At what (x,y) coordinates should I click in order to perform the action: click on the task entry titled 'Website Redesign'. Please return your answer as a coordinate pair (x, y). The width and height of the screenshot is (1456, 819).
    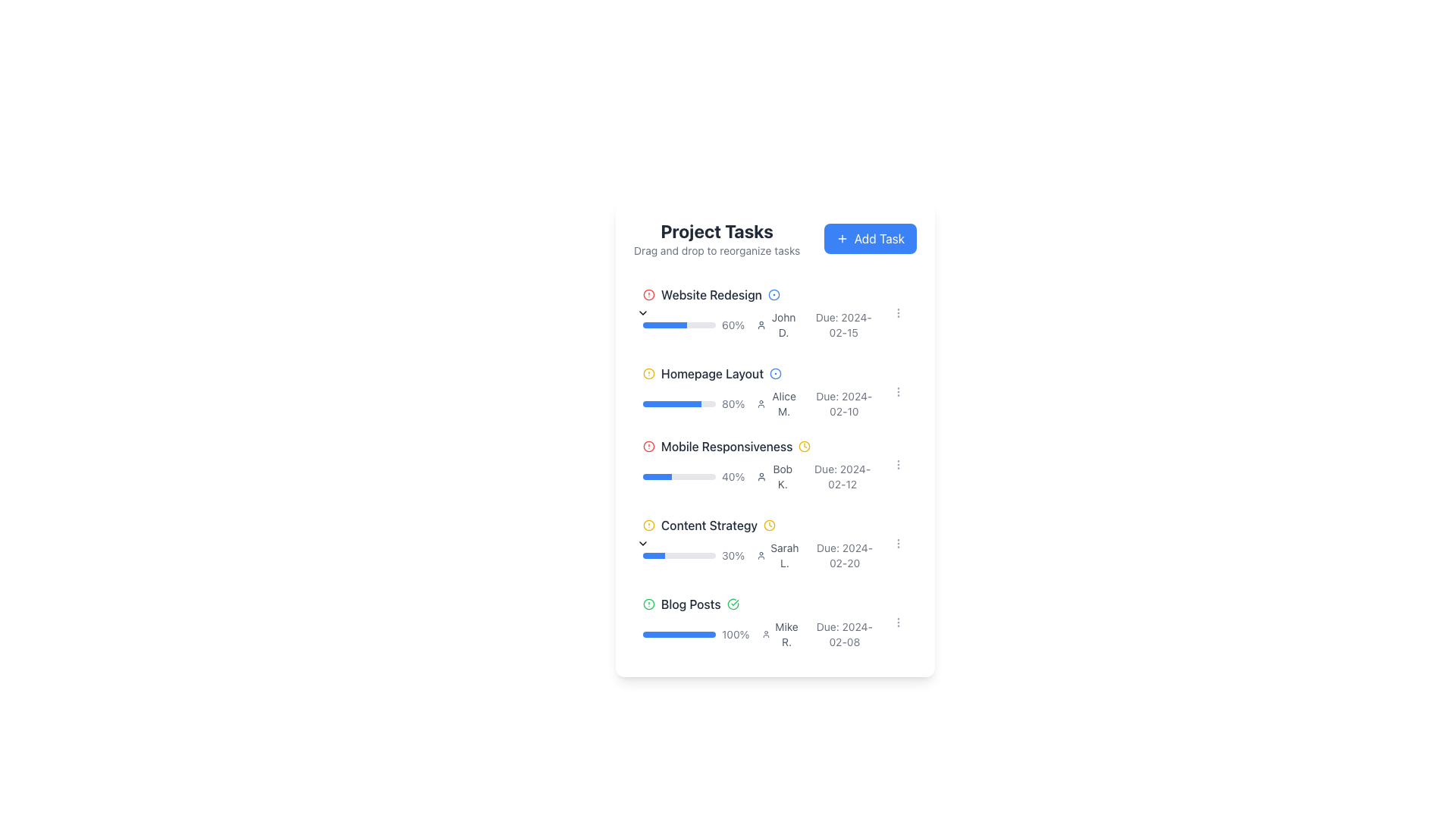
    Looking at the image, I should click on (760, 312).